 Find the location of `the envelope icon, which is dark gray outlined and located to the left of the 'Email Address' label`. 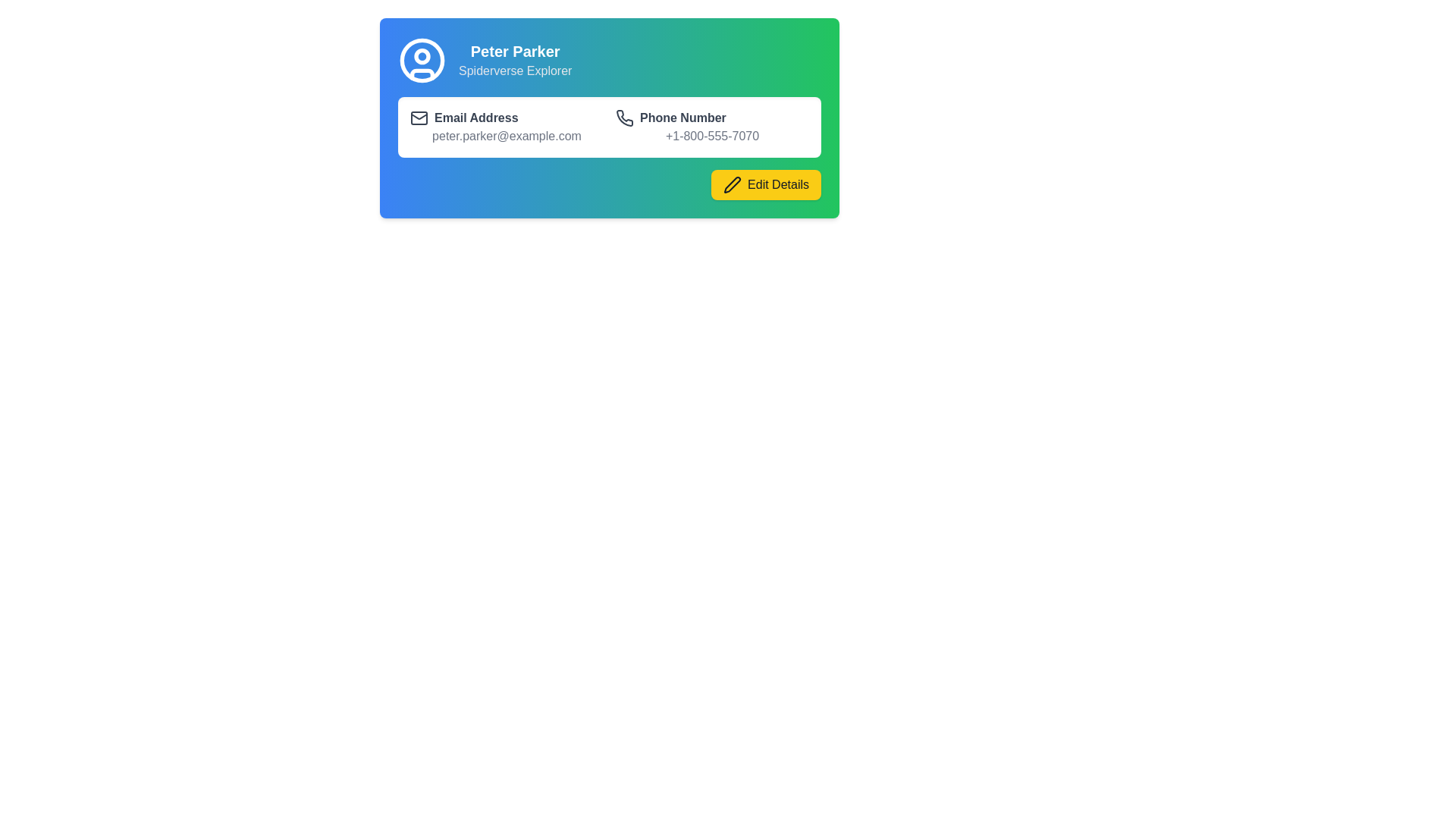

the envelope icon, which is dark gray outlined and located to the left of the 'Email Address' label is located at coordinates (419, 117).